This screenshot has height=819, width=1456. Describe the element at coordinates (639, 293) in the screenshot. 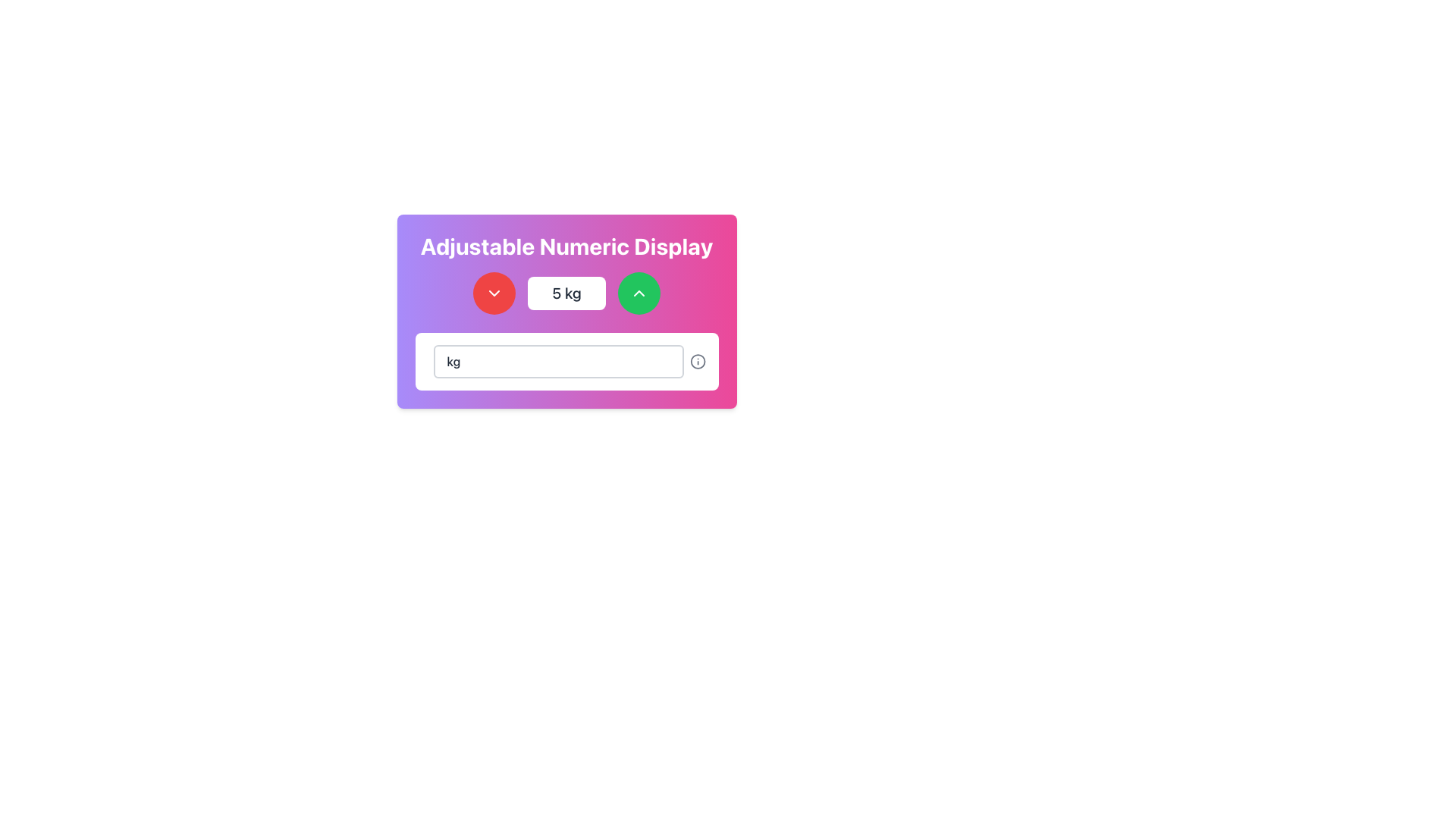

I see `the green button located to the right of the white rounded rectangle displaying '5 kg'` at that location.